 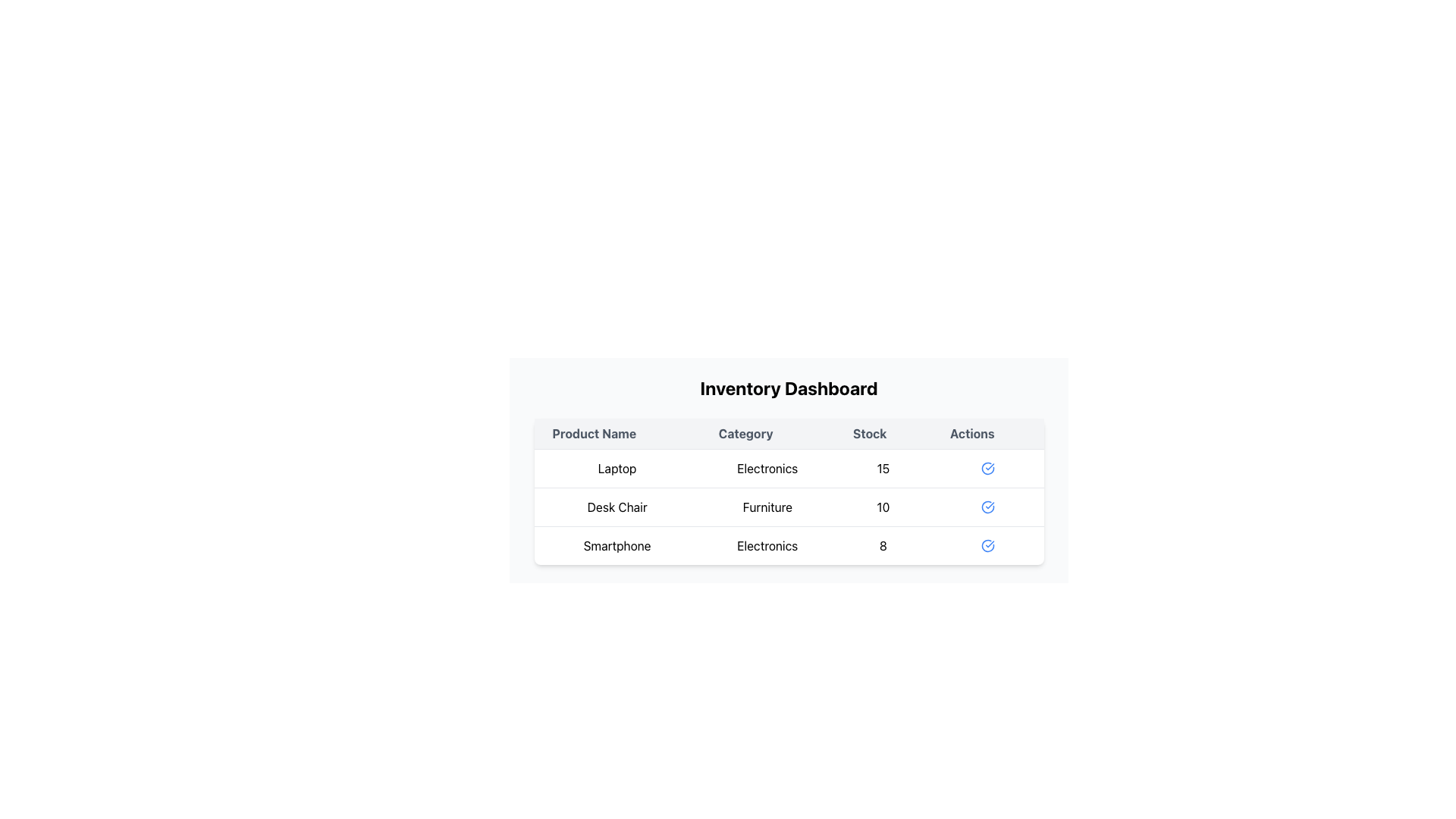 I want to click on the circular checkmark icon in the fourth column of the first row under the 'Actions' column, so click(x=987, y=467).